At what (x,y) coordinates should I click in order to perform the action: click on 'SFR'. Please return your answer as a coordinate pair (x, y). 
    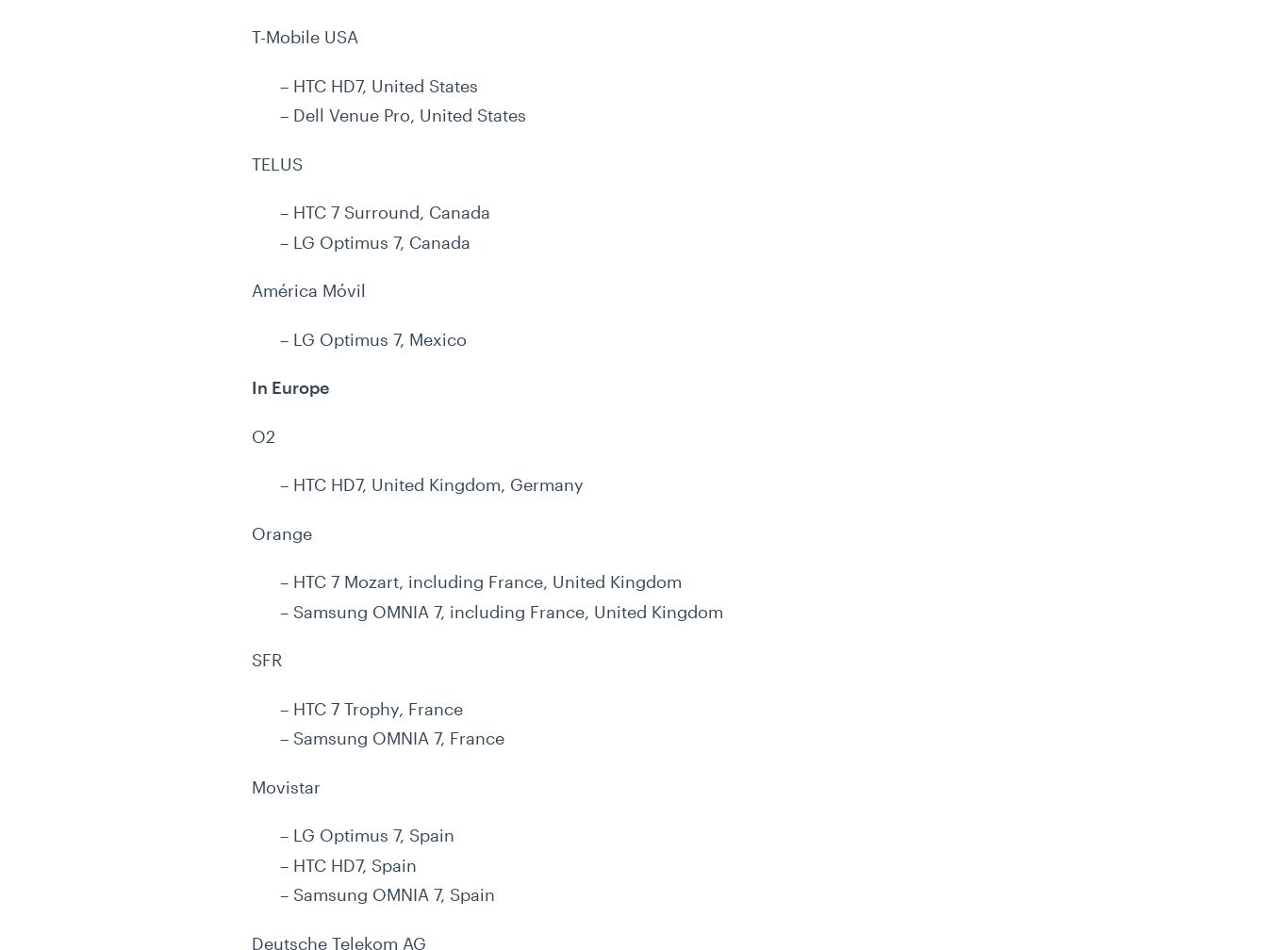
    Looking at the image, I should click on (267, 659).